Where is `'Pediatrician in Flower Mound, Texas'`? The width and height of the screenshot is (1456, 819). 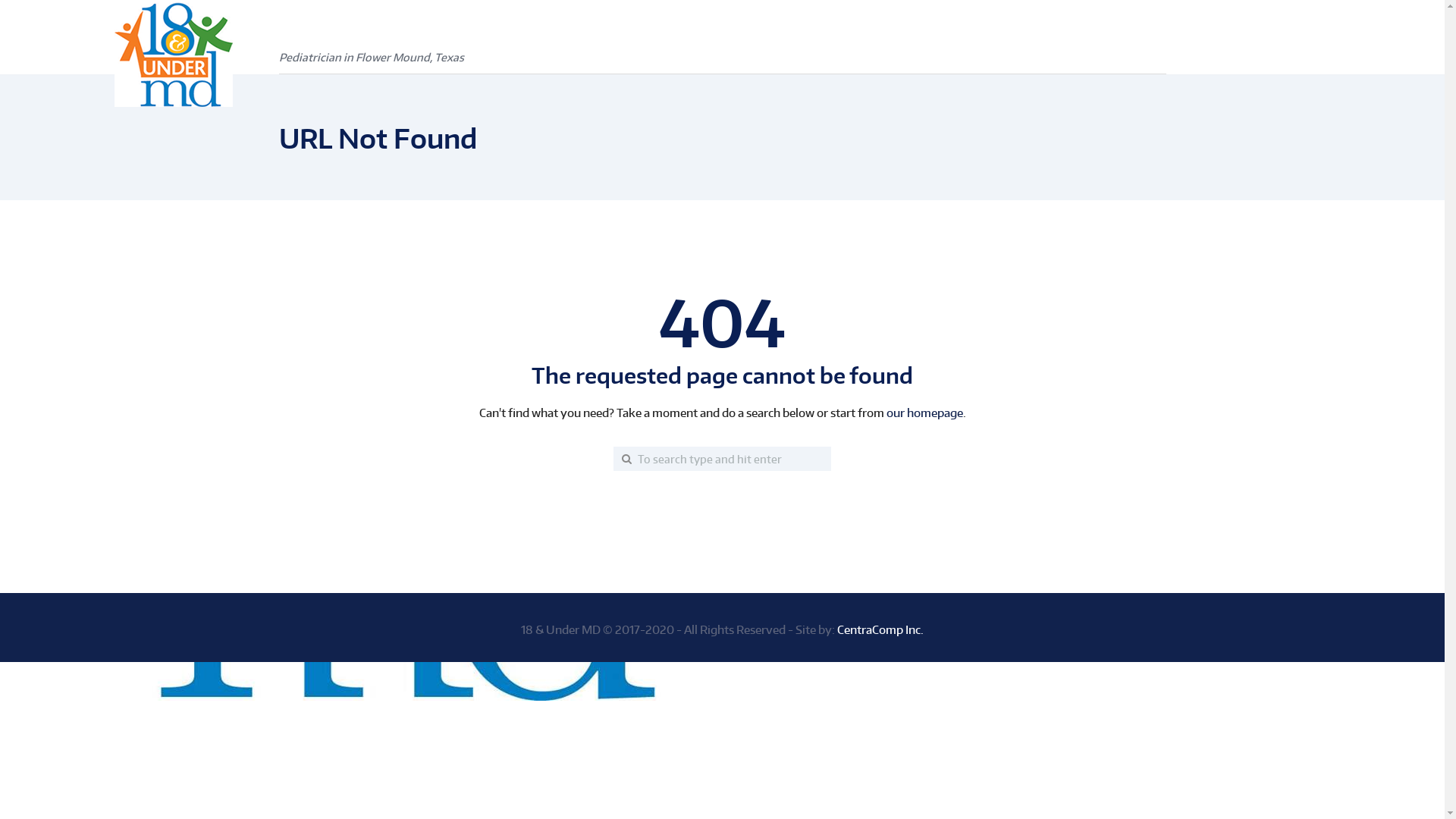 'Pediatrician in Flower Mound, Texas' is located at coordinates (279, 45).